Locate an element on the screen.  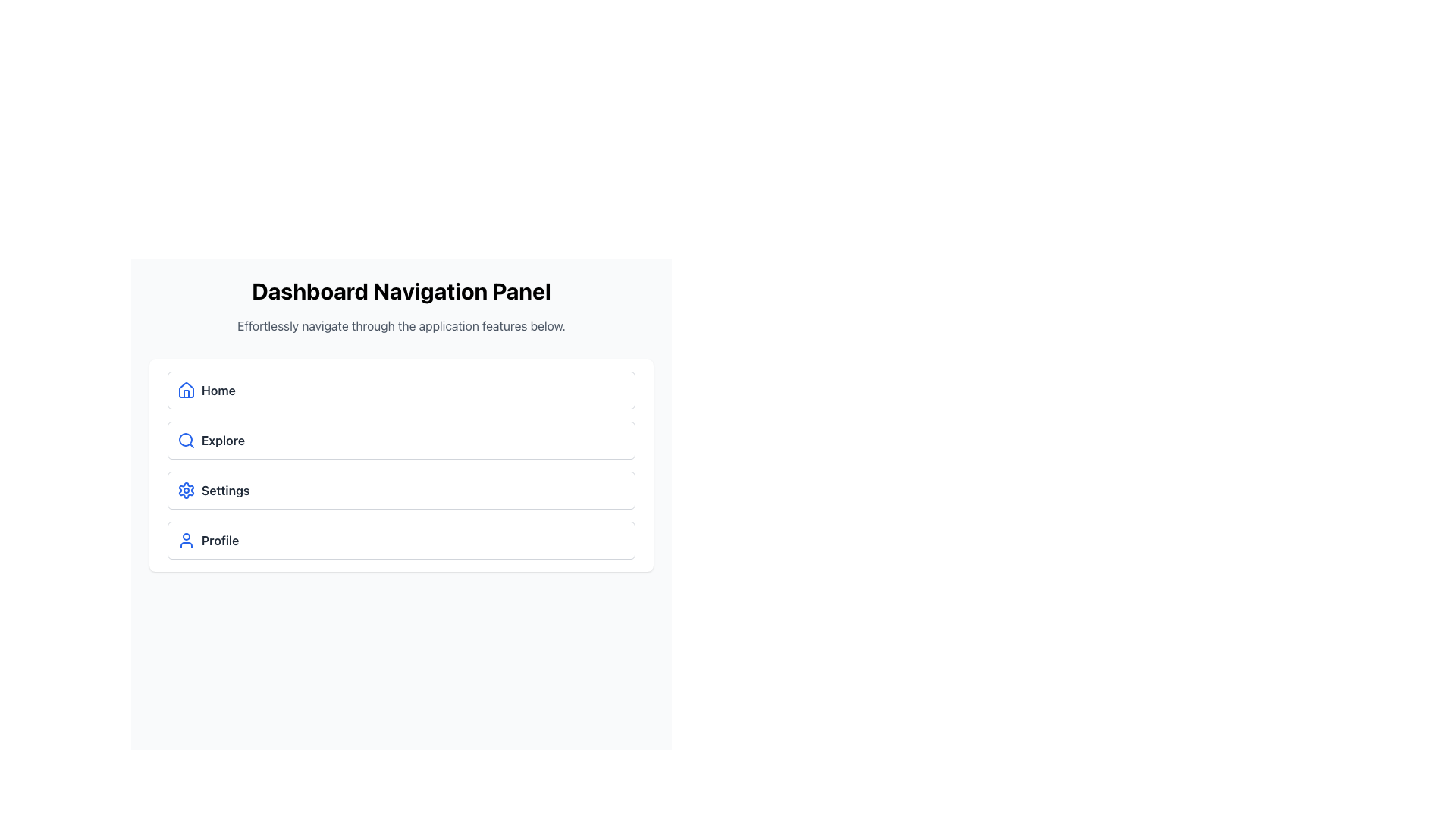
the 'Home' navigation button icon located at the top-left of the interface in the navigation panel is located at coordinates (185, 388).